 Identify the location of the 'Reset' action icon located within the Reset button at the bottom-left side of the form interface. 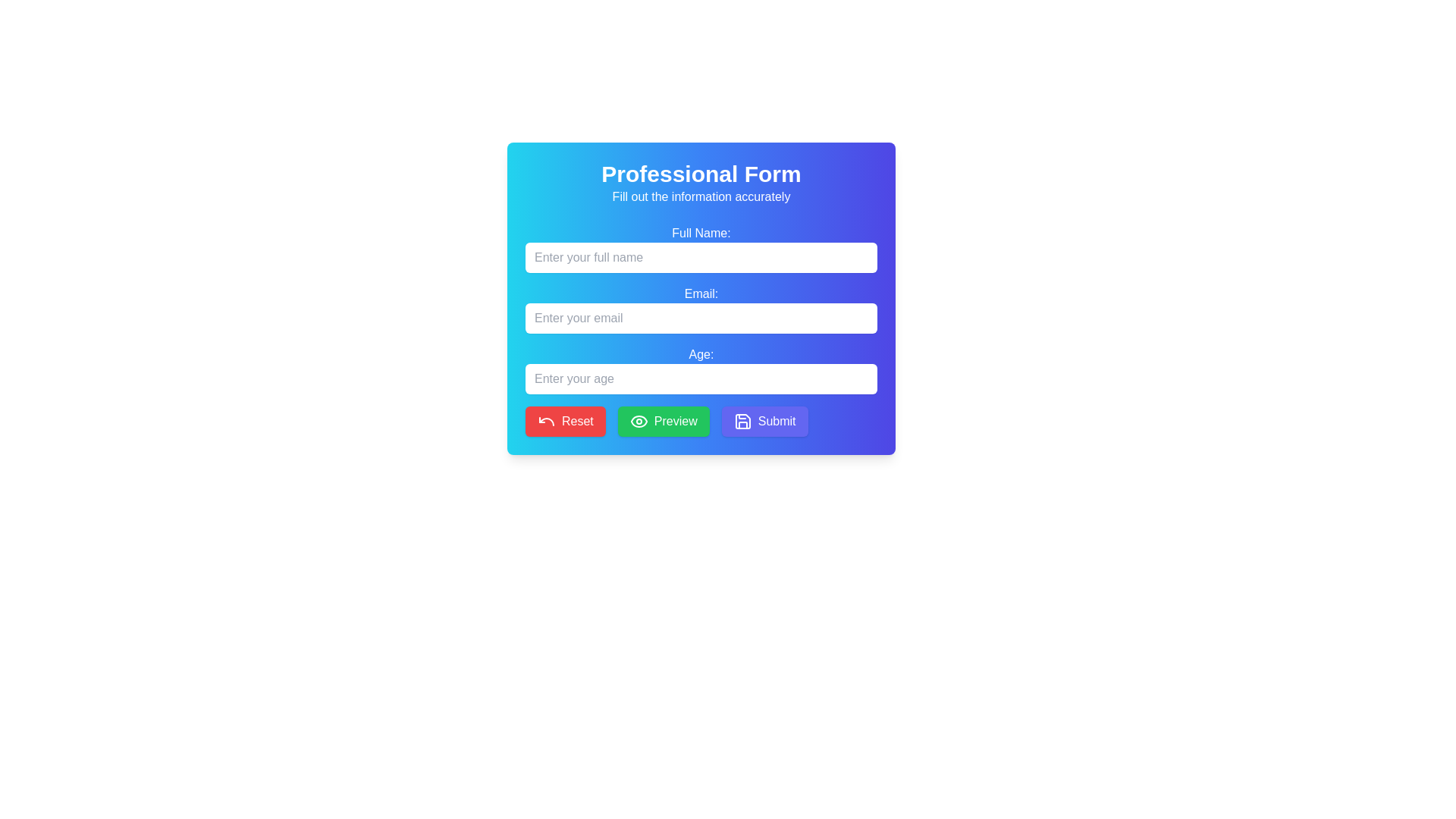
(546, 421).